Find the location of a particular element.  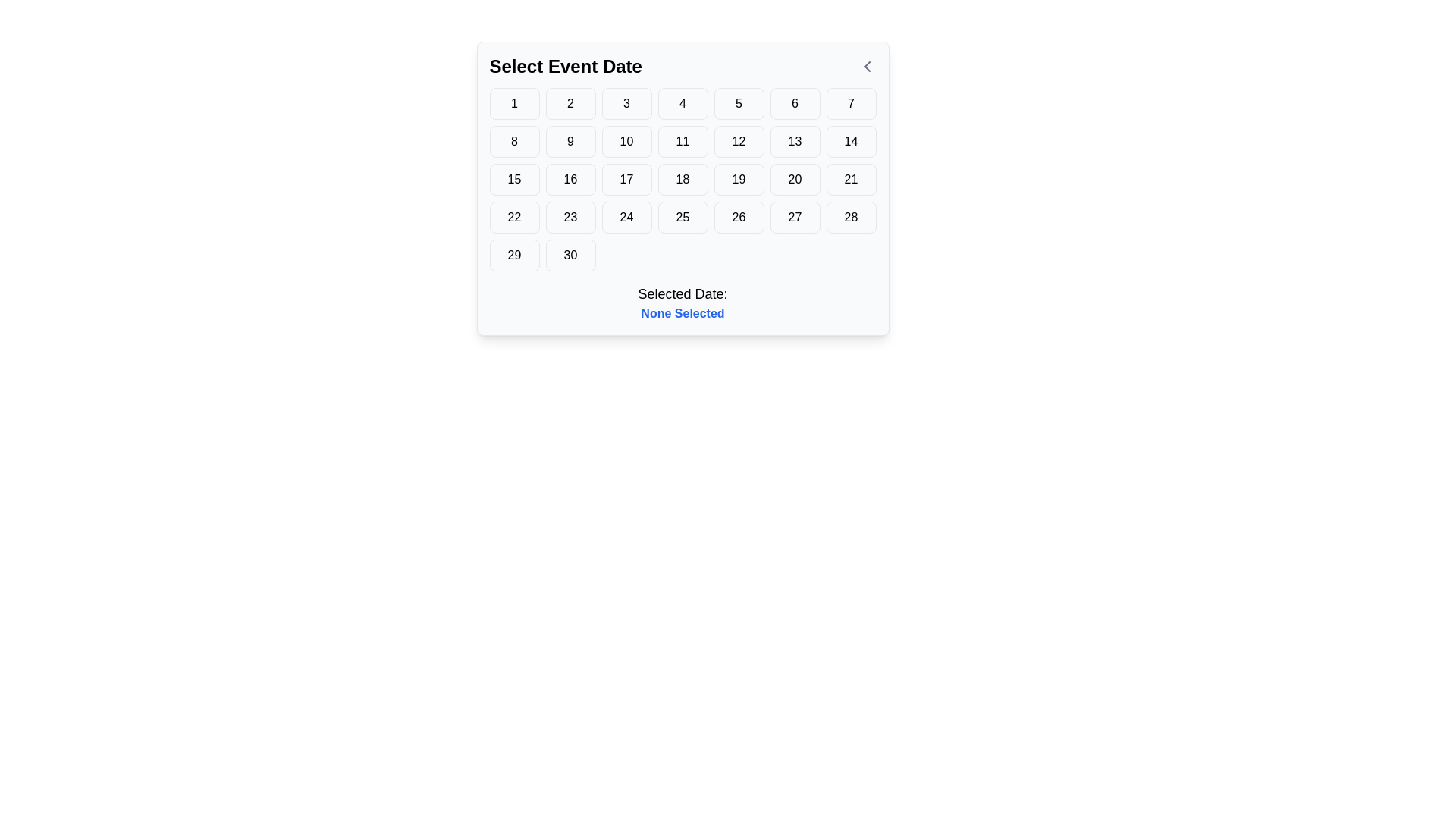

the button labeled '21' which is styled with a light gray background and located in the third row and seventh column of the calendar grid is located at coordinates (851, 178).